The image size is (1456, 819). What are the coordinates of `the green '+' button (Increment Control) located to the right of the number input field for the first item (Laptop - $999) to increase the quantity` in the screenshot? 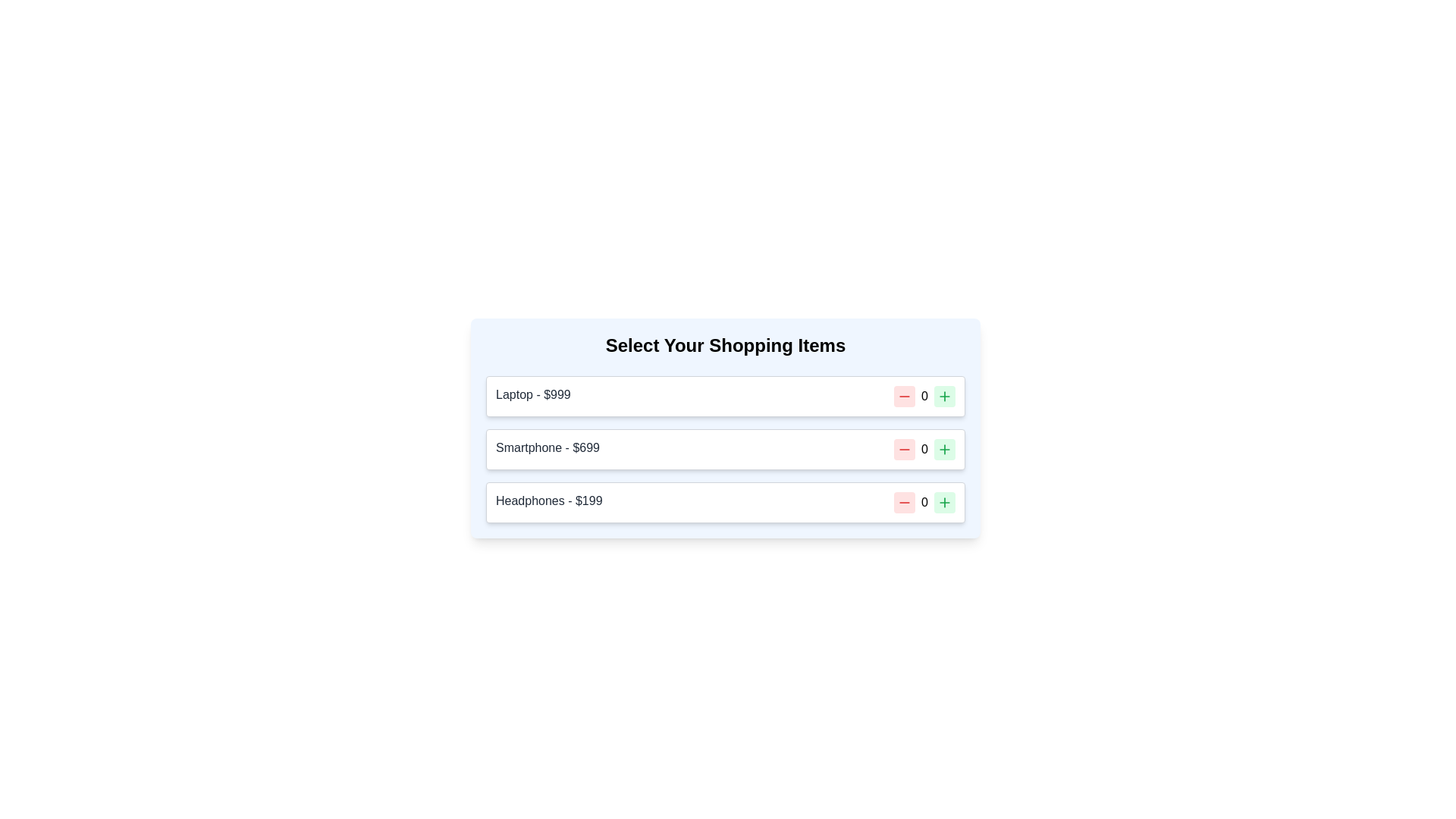 It's located at (944, 396).